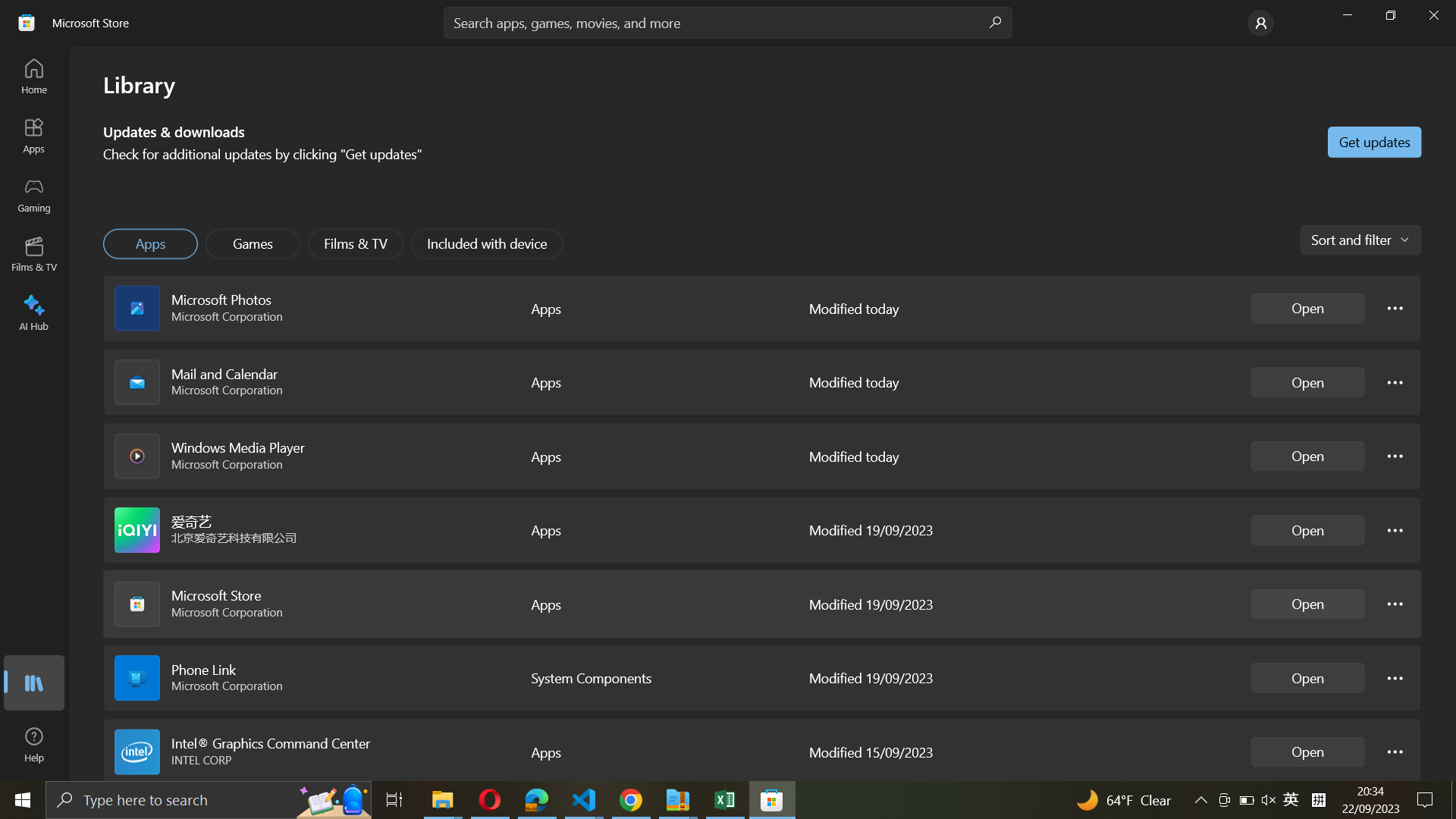 The width and height of the screenshot is (1456, 819). I want to click on Mail and Calendar, so click(1307, 380).